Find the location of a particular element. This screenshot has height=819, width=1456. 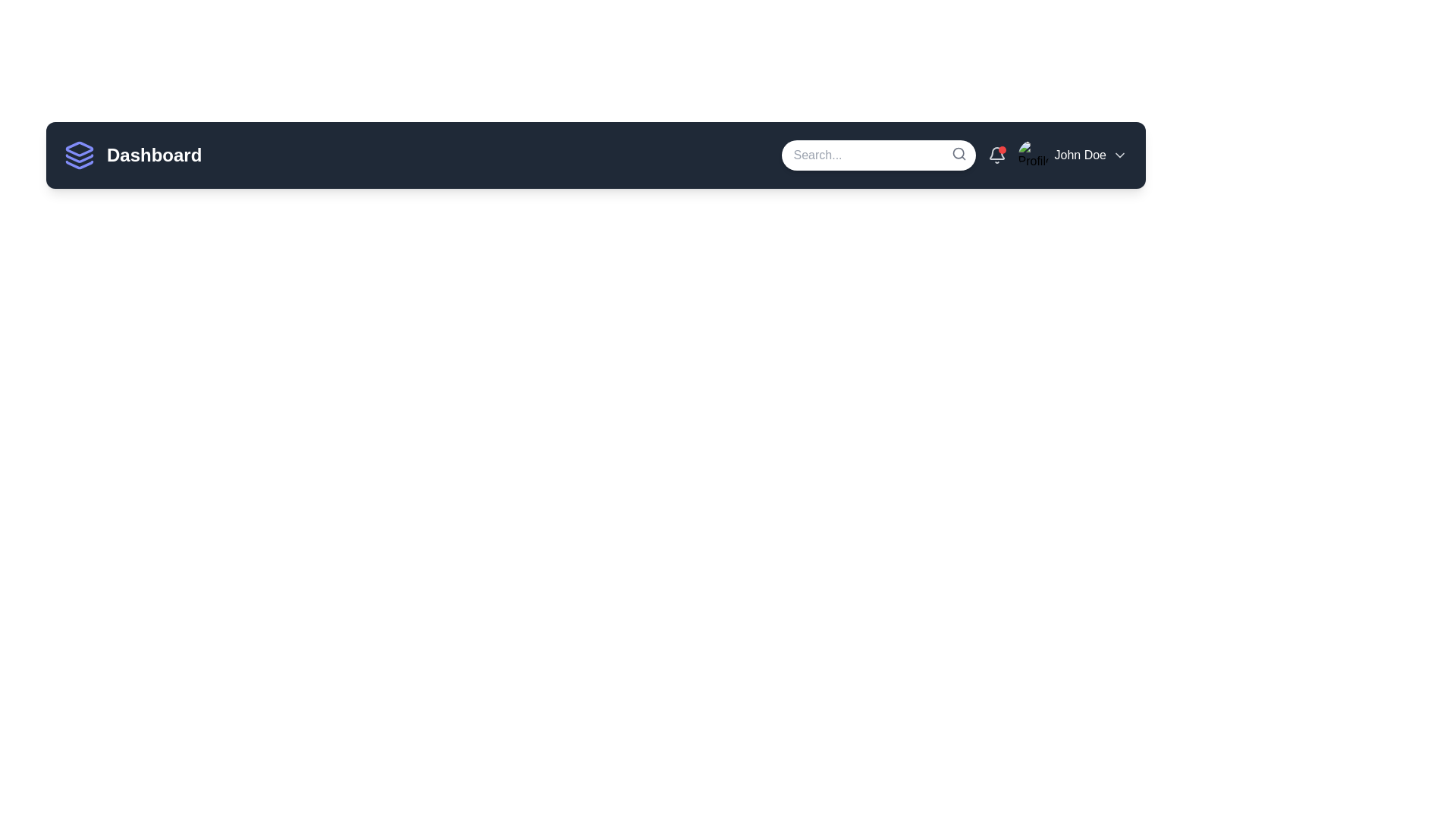

the 'Dashboard' Icon located to the left of the 'Dashboard' text is located at coordinates (79, 155).